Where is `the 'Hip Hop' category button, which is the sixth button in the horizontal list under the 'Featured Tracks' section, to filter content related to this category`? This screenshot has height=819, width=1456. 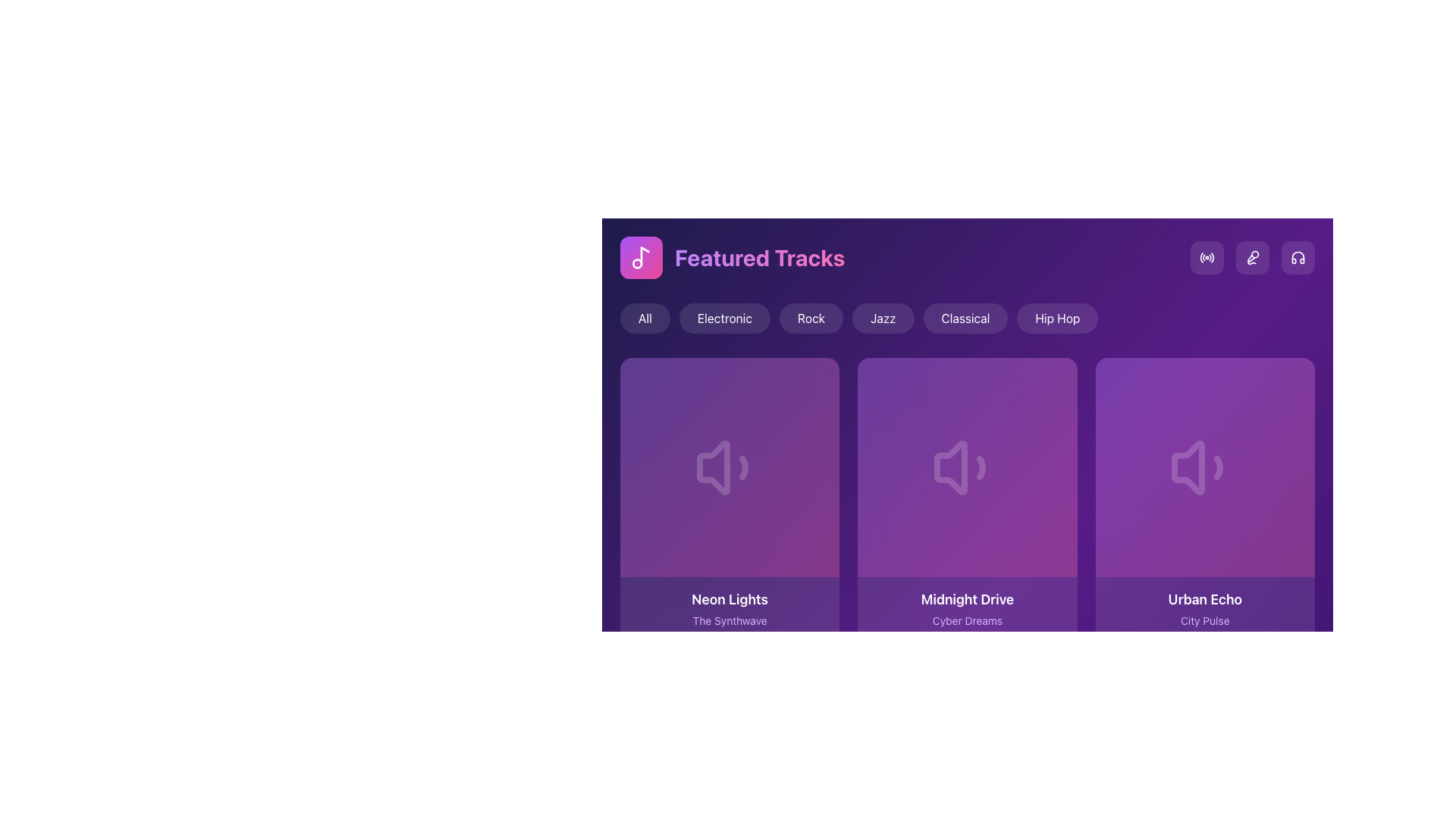 the 'Hip Hop' category button, which is the sixth button in the horizontal list under the 'Featured Tracks' section, to filter content related to this category is located at coordinates (1056, 318).